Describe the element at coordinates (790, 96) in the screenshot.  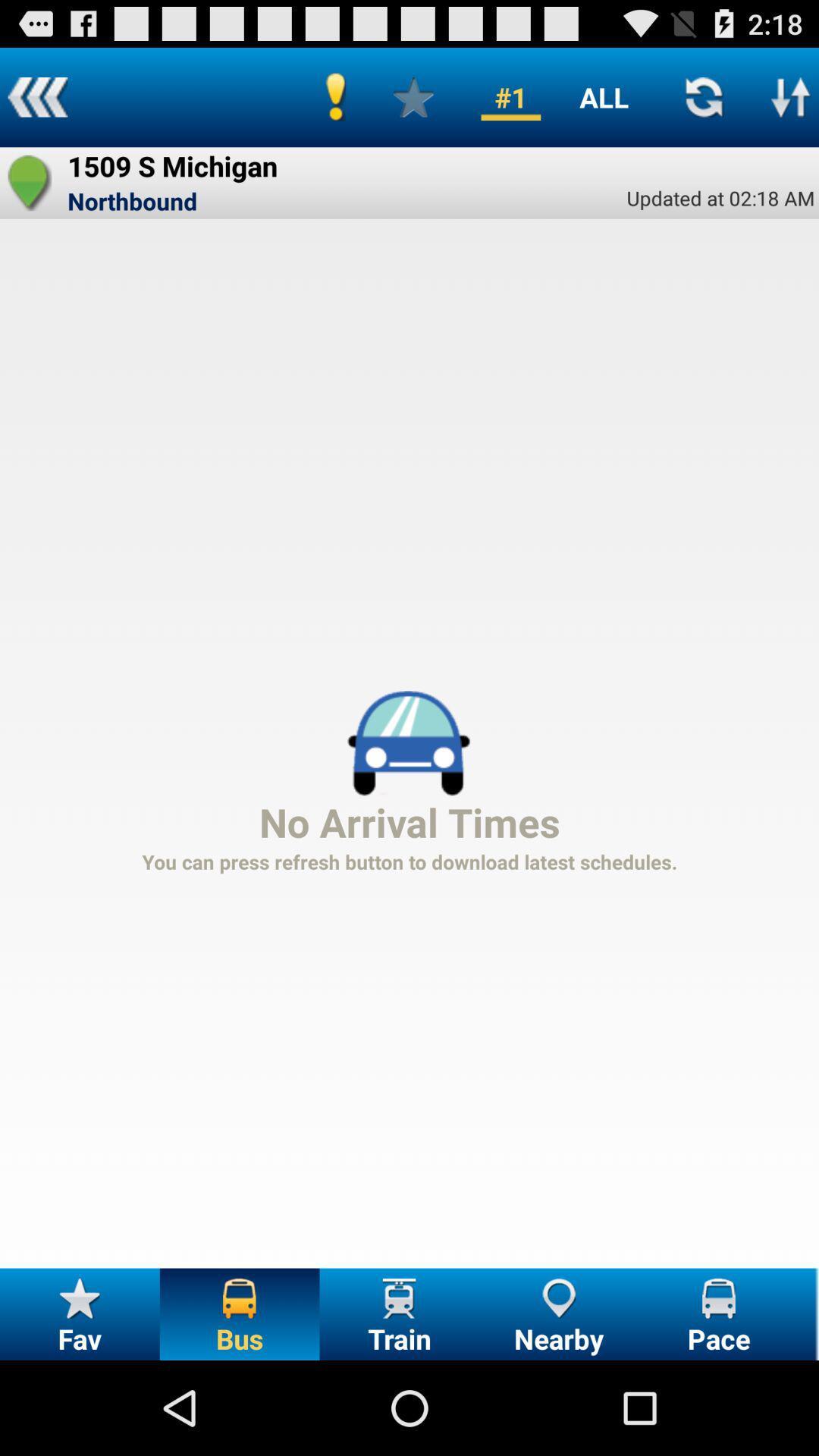
I see `order page` at that location.